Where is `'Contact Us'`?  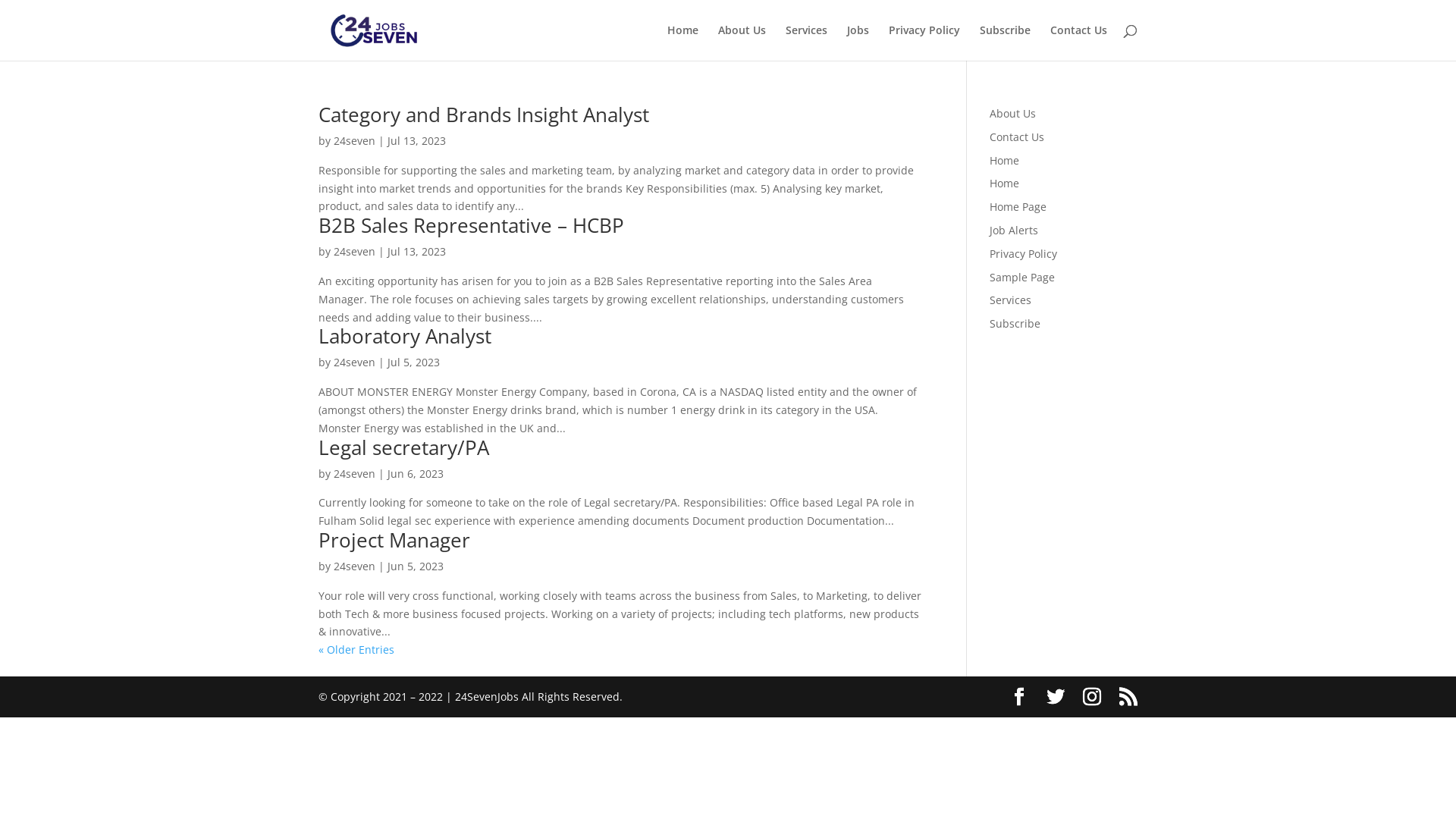 'Contact Us' is located at coordinates (1078, 42).